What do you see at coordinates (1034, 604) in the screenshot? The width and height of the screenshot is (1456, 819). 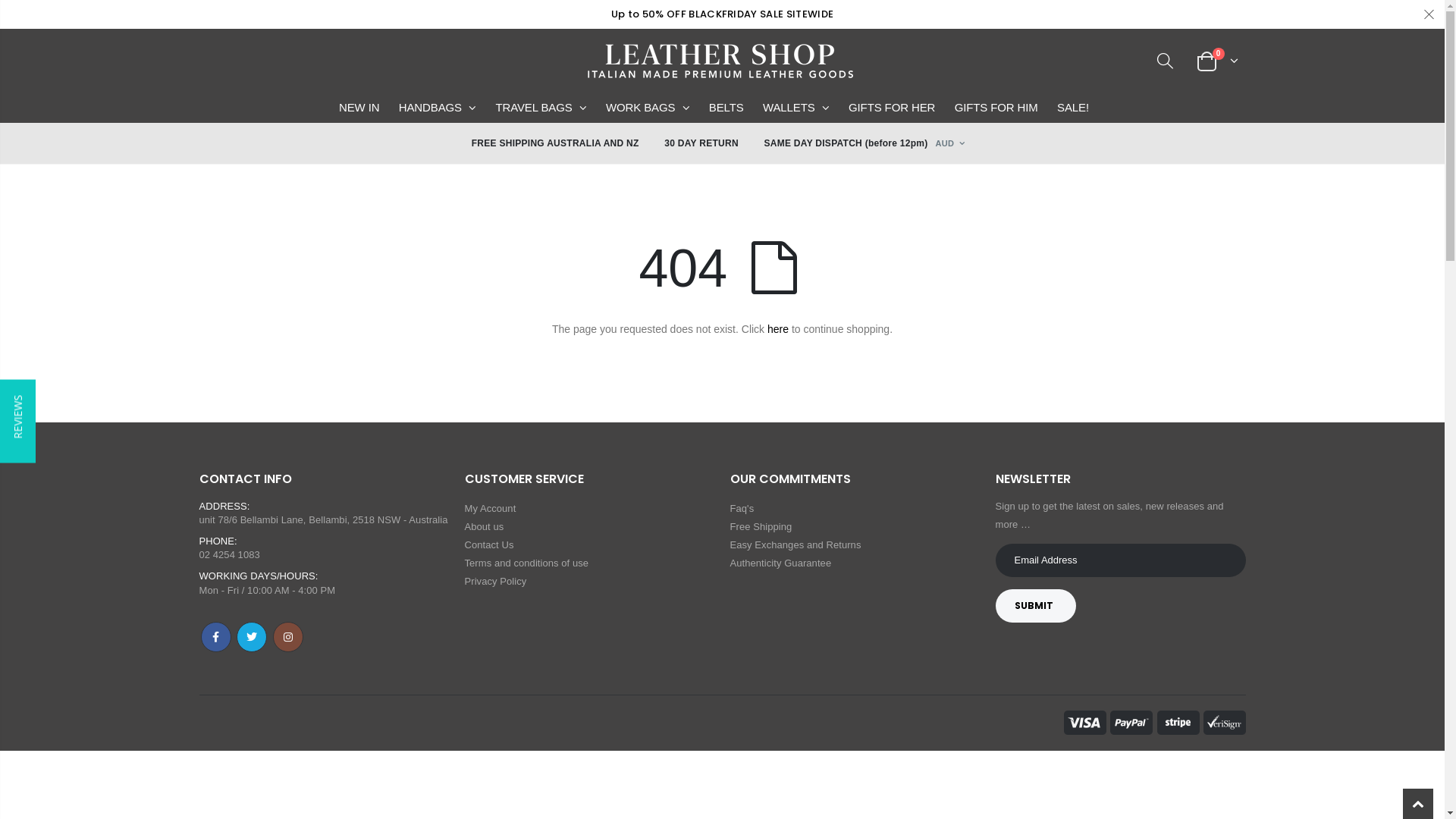 I see `'SUBMIT'` at bounding box center [1034, 604].